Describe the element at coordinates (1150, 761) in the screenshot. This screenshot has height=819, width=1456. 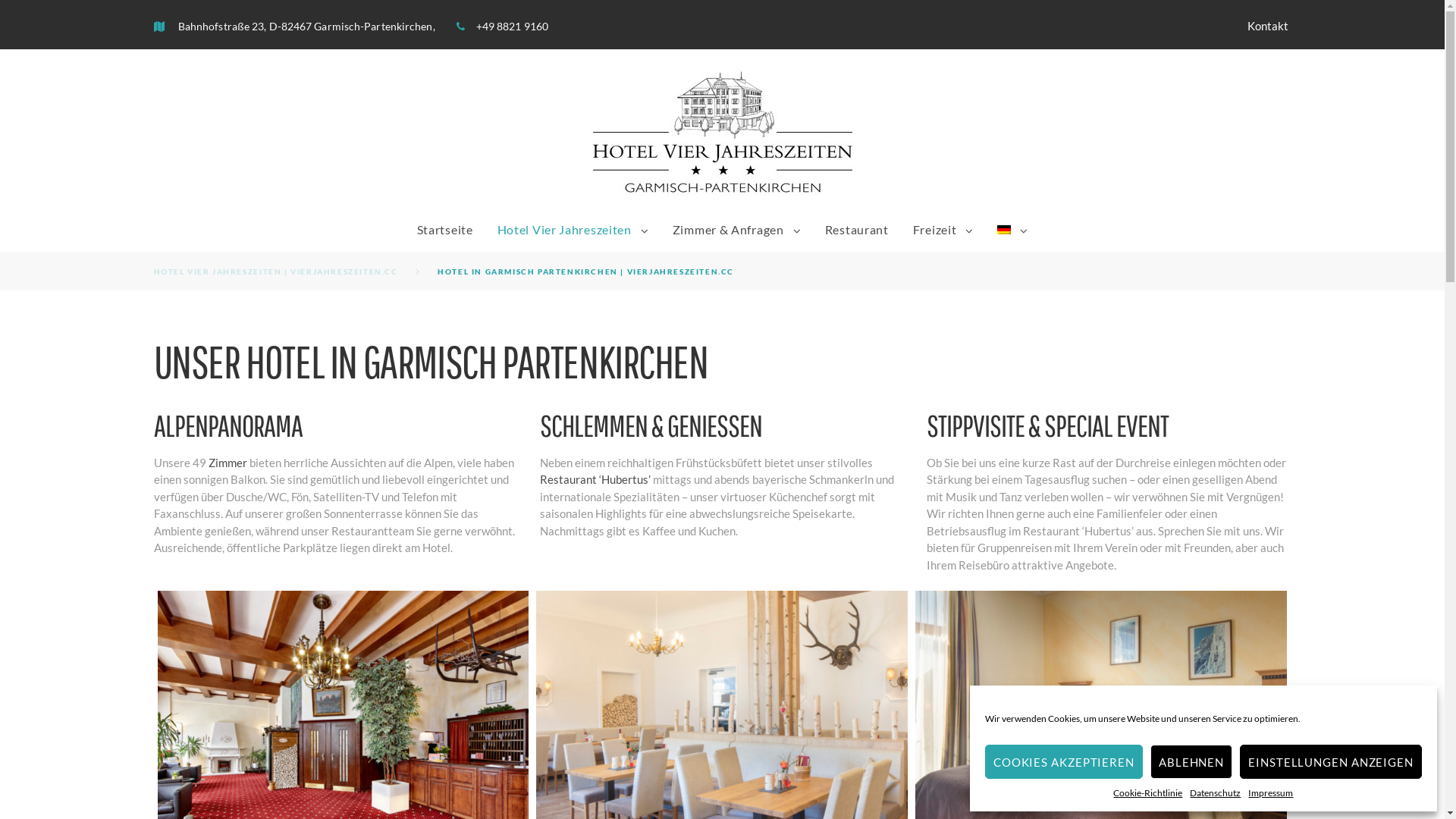
I see `'ABLEHNEN'` at that location.